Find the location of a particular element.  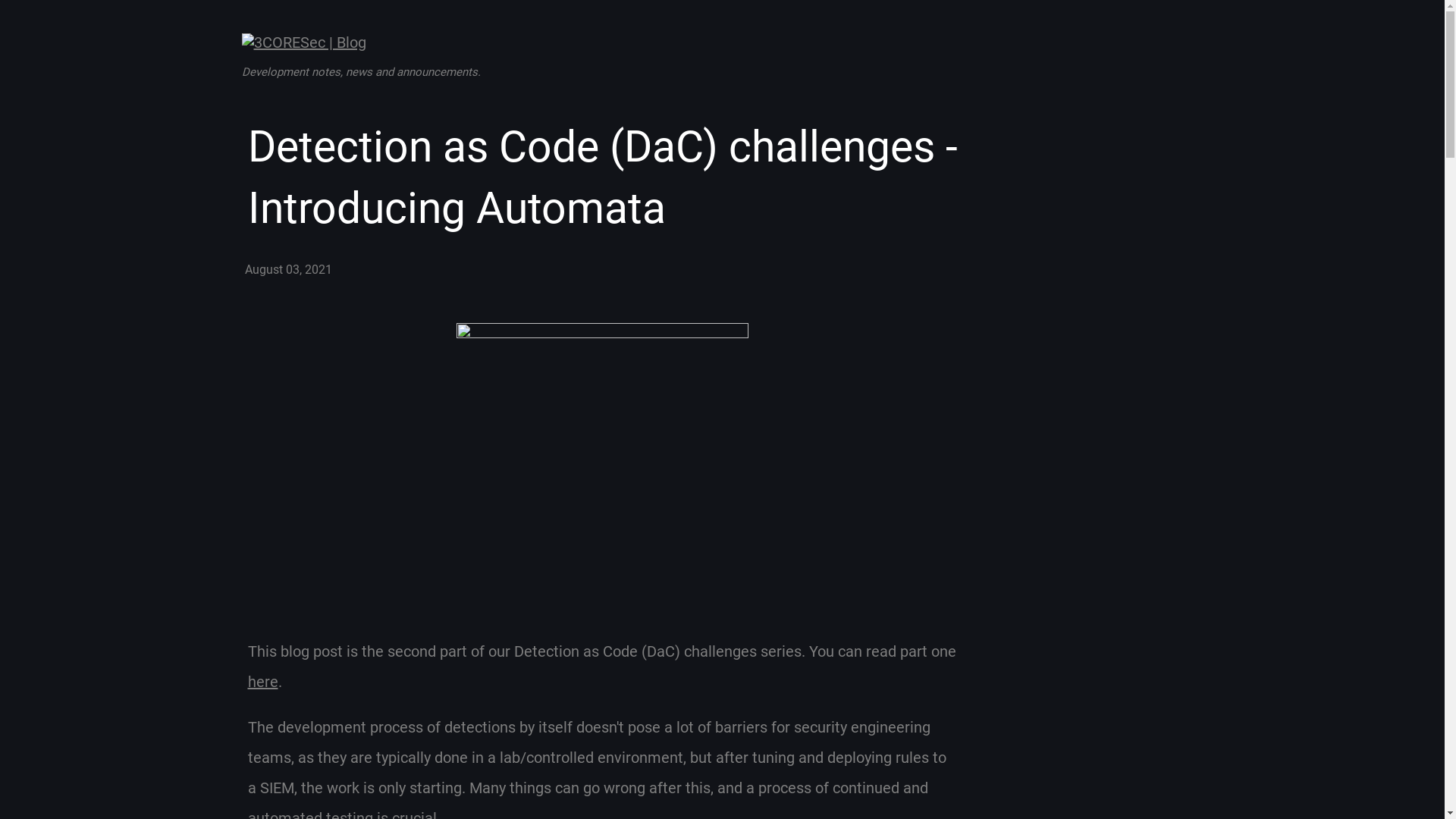

'August 03, 2021' is located at coordinates (287, 268).